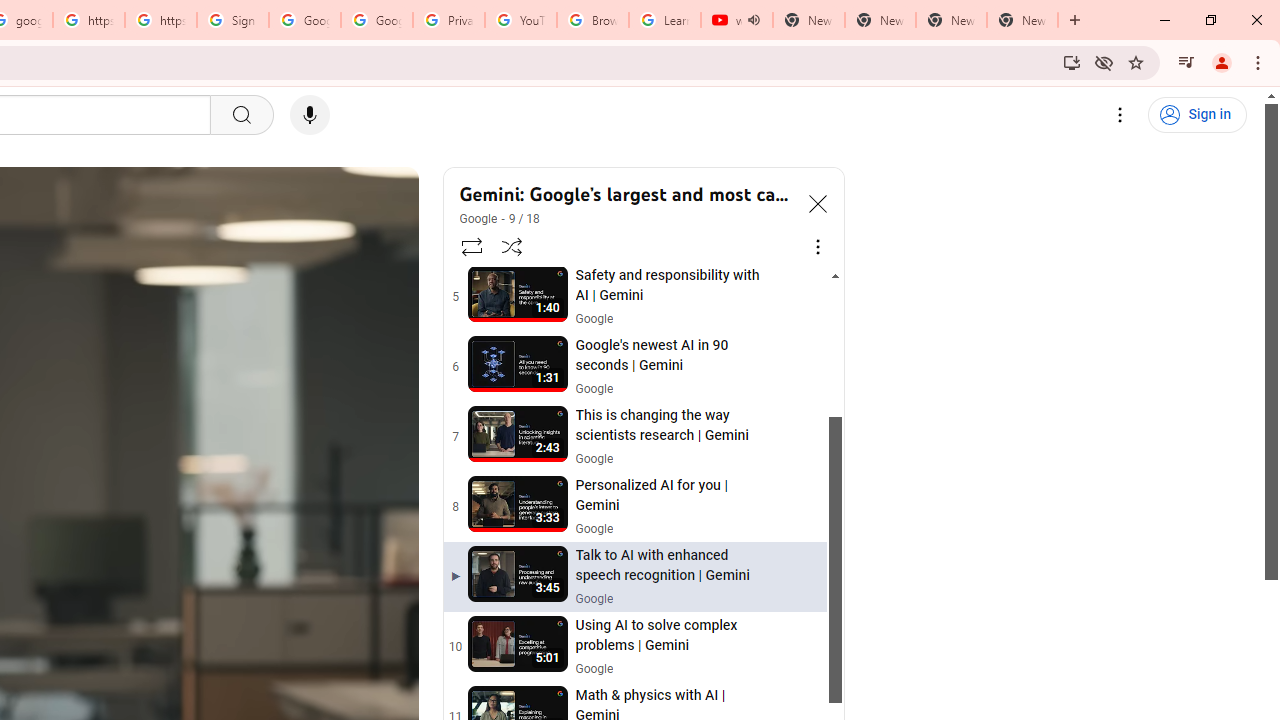 Image resolution: width=1280 pixels, height=720 pixels. I want to click on 'Loop playlist', so click(470, 245).